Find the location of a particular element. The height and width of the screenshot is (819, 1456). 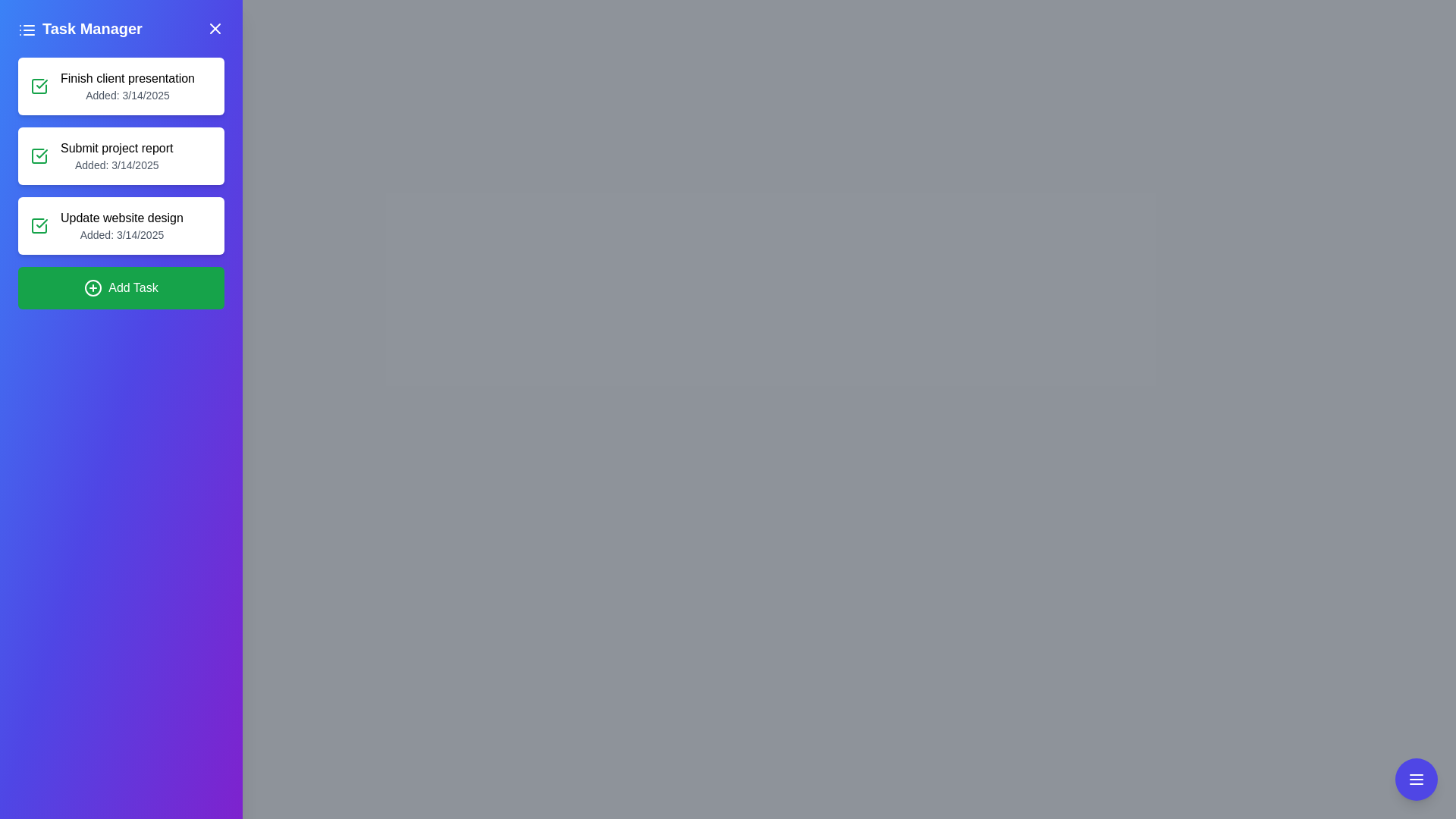

the task completion indicator icon for the 'Update website design' task is located at coordinates (39, 225).